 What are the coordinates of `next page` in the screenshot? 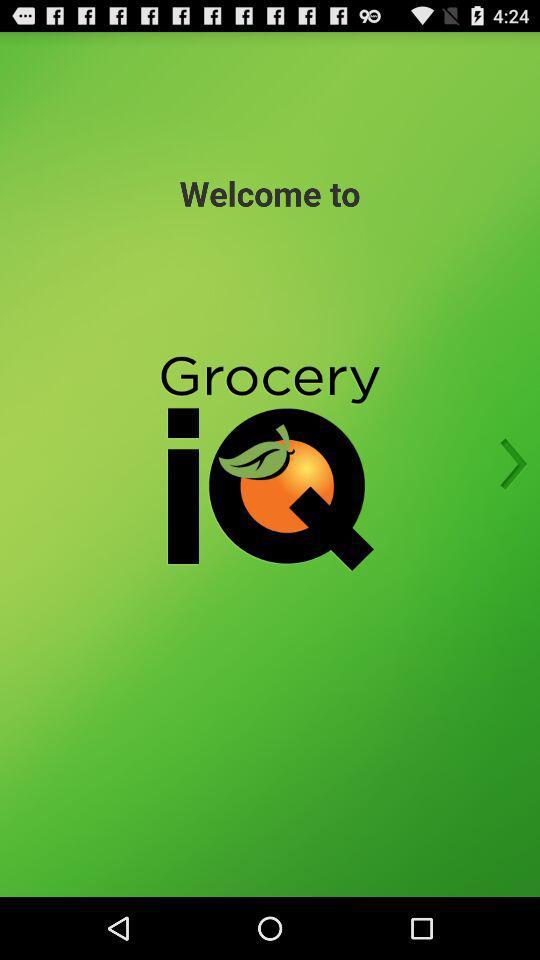 It's located at (507, 464).